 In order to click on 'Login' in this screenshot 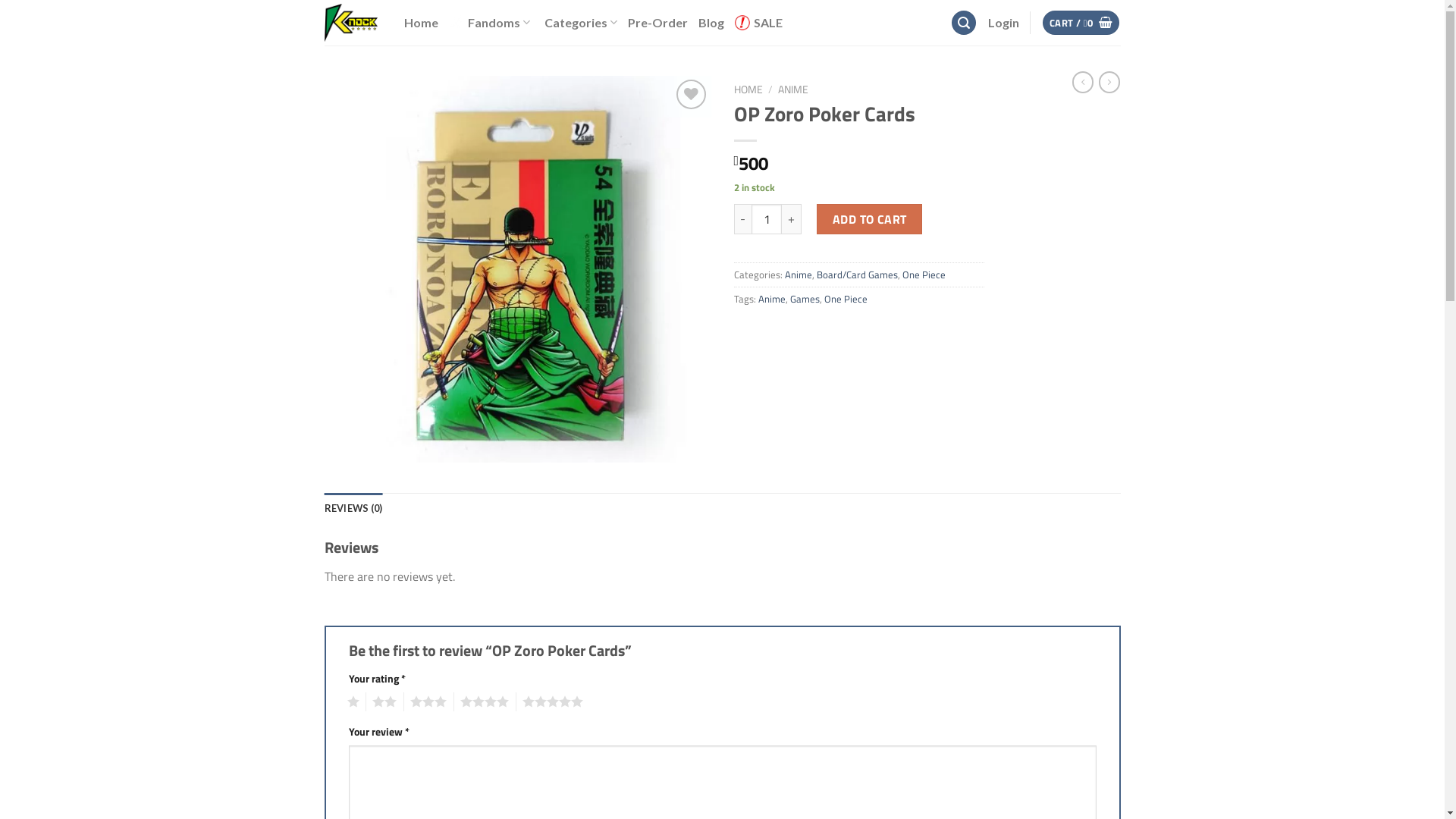, I will do `click(1003, 23)`.